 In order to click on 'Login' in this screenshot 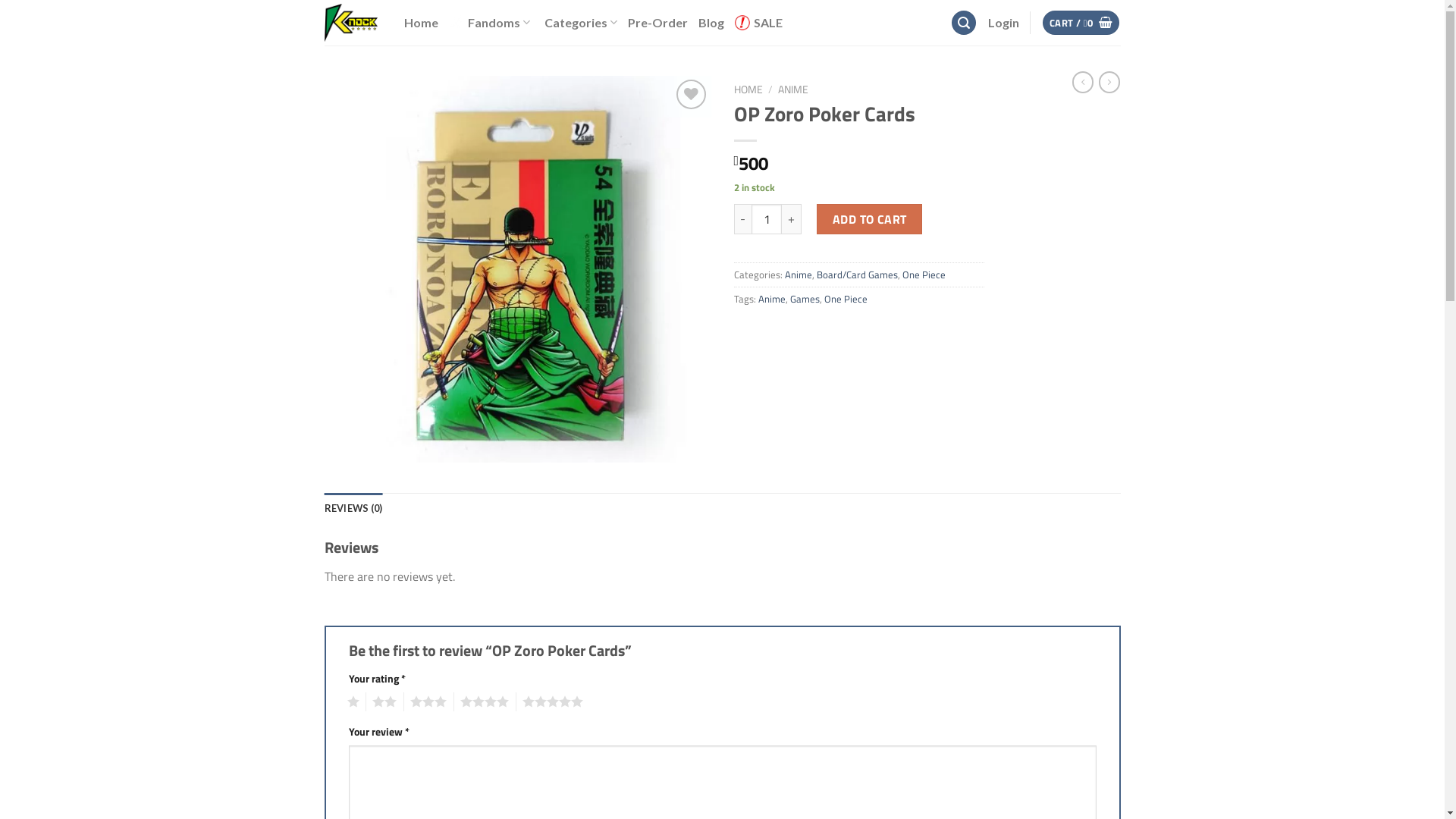, I will do `click(1003, 23)`.